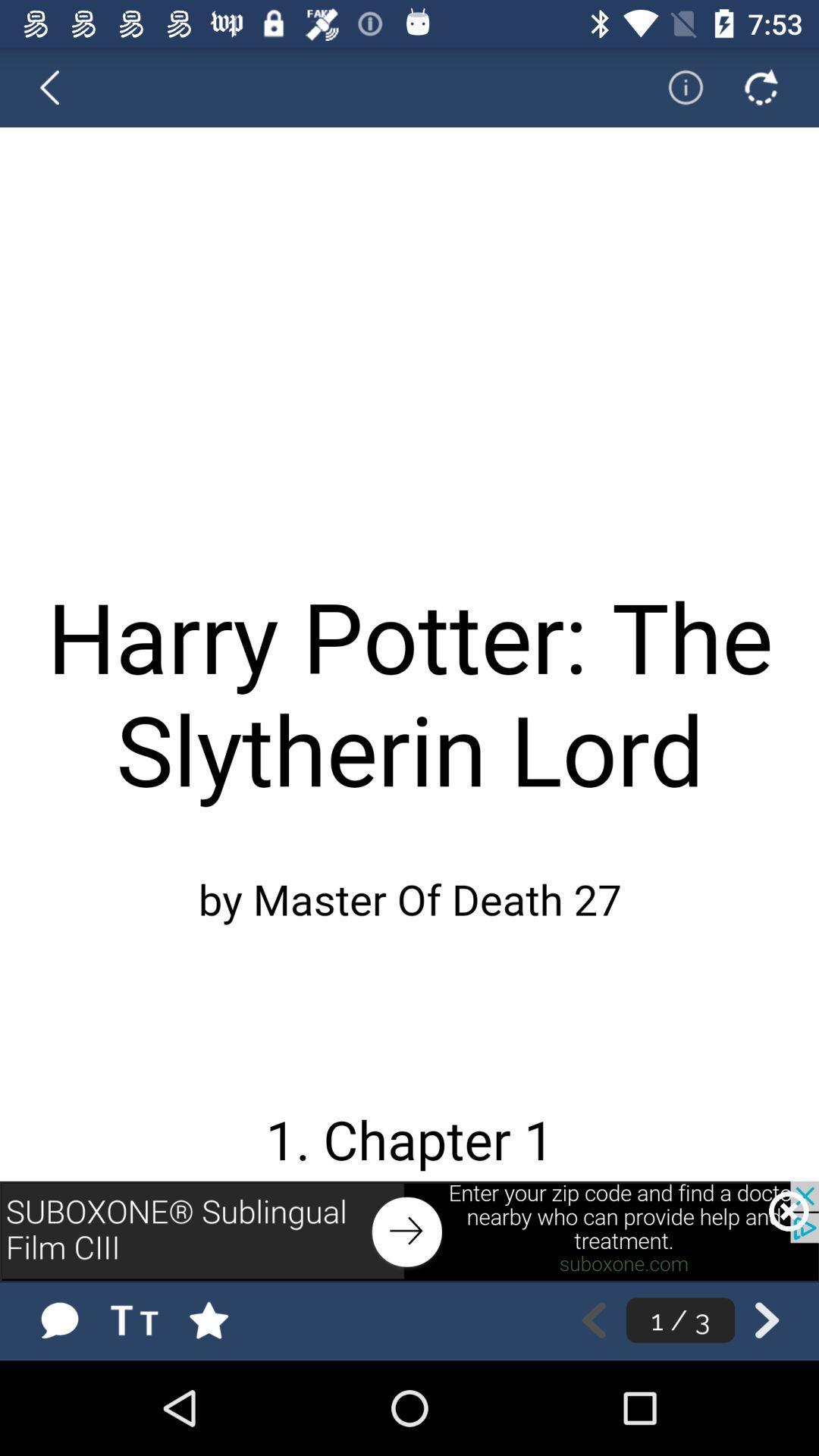 The image size is (819, 1456). What do you see at coordinates (675, 86) in the screenshot?
I see `the info icon` at bounding box center [675, 86].